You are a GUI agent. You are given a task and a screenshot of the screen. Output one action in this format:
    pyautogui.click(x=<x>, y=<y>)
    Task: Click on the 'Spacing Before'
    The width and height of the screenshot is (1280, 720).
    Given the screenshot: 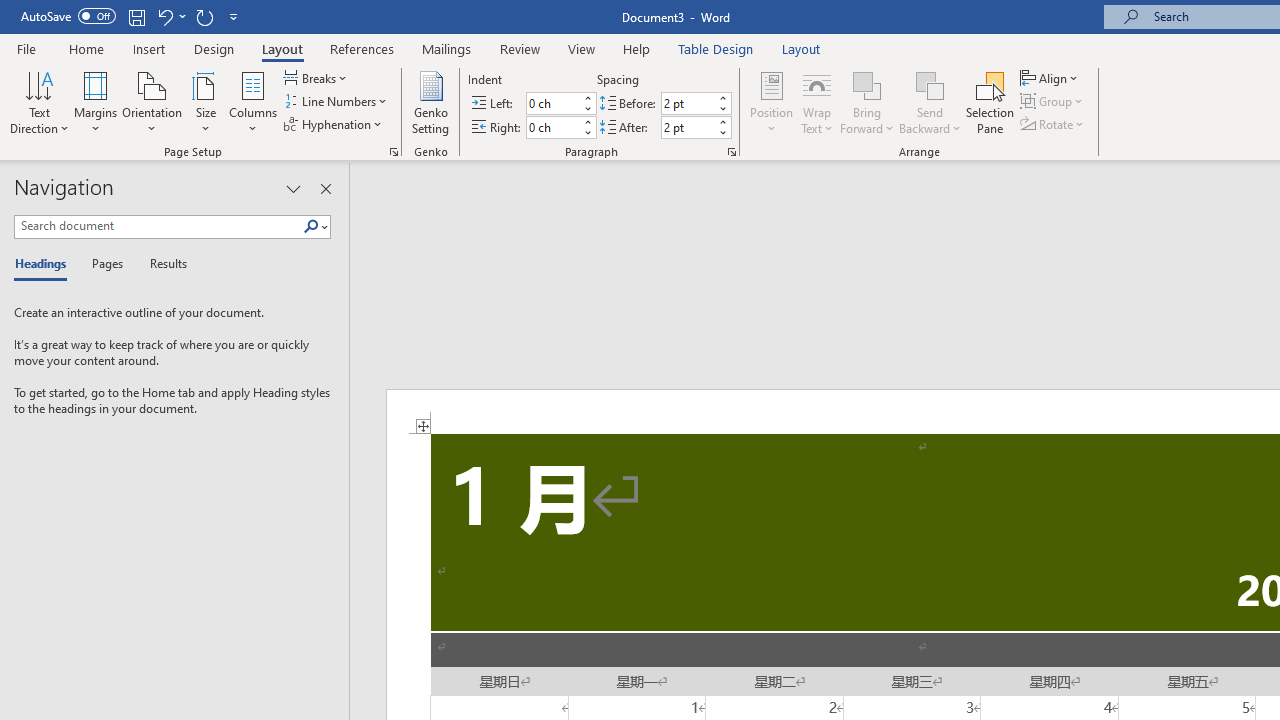 What is the action you would take?
    pyautogui.click(x=688, y=103)
    